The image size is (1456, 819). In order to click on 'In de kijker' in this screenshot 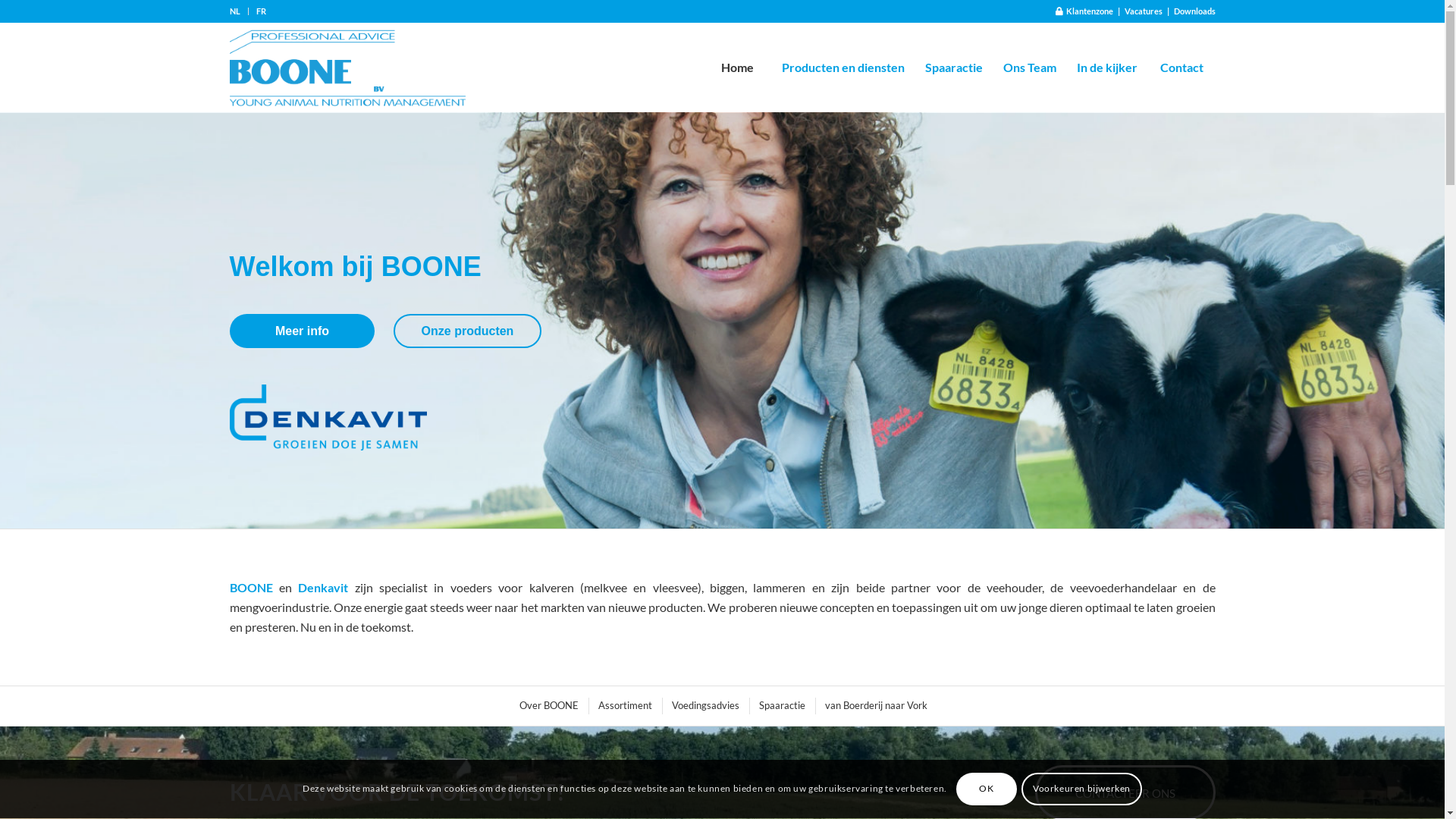, I will do `click(1106, 66)`.